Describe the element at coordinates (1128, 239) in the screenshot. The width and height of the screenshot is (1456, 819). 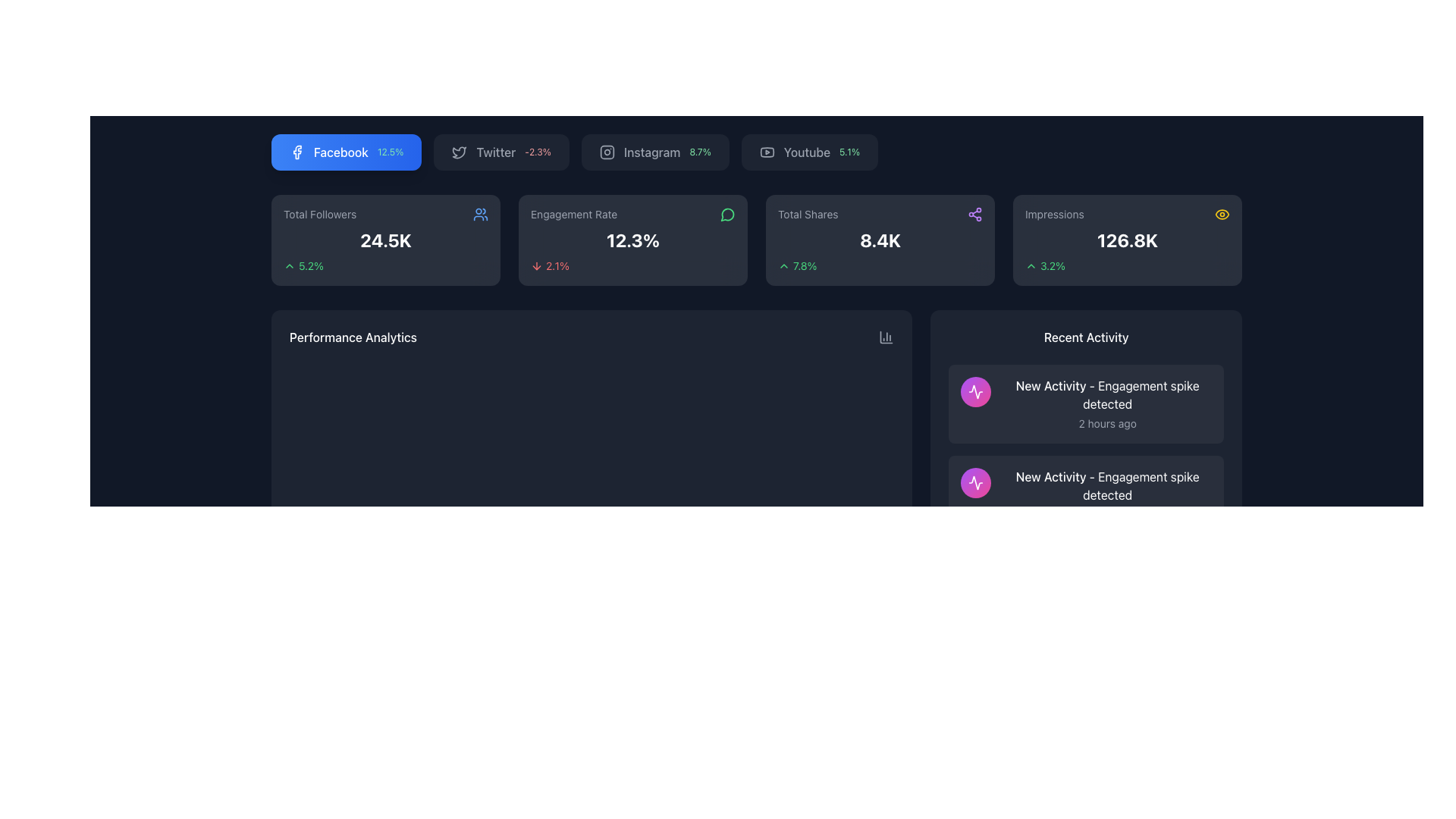
I see `the fourth Metric display card that shows the 'Impressions' metric, located at the far right of the grid` at that location.